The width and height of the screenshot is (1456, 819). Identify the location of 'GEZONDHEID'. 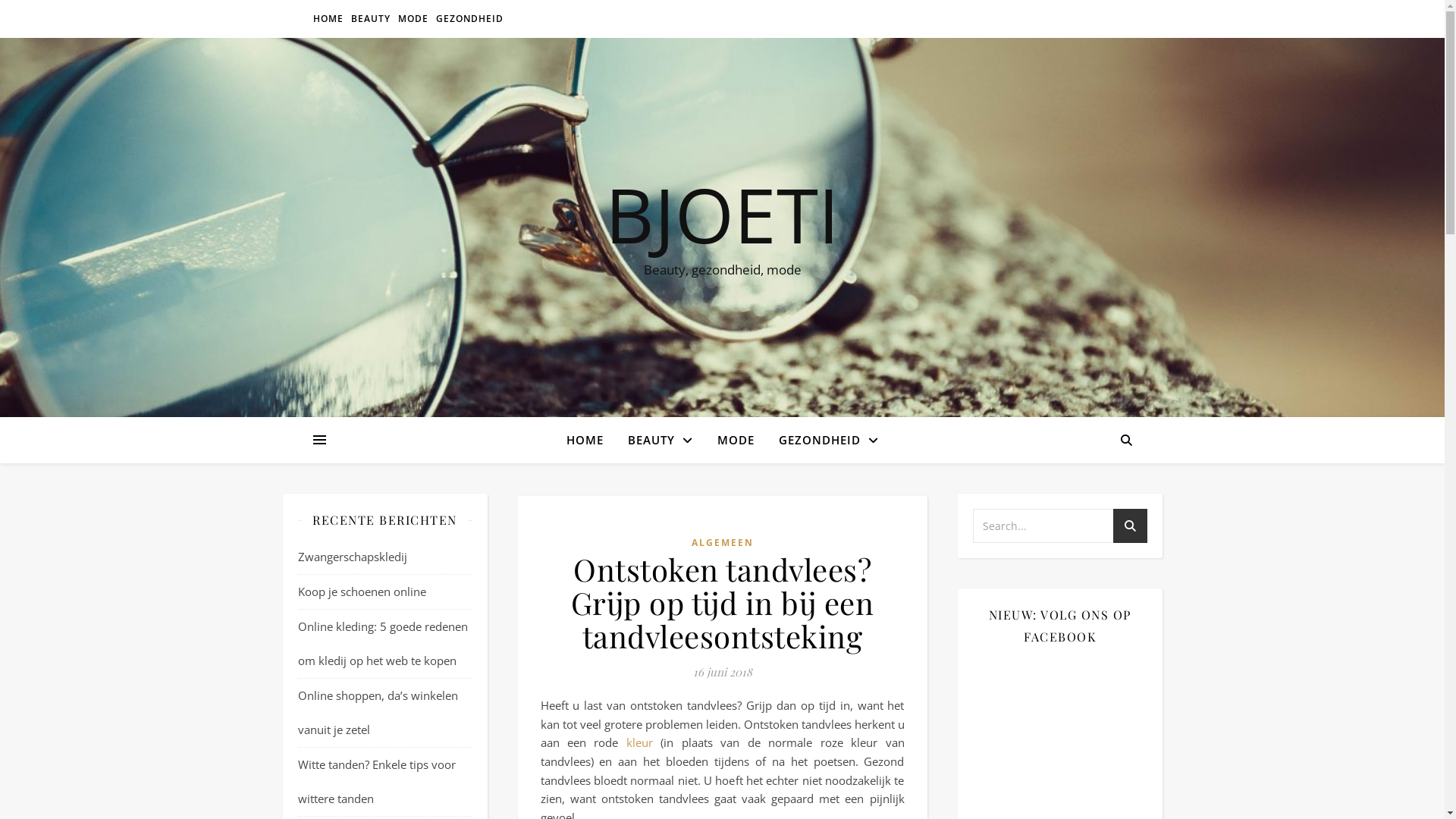
(467, 18).